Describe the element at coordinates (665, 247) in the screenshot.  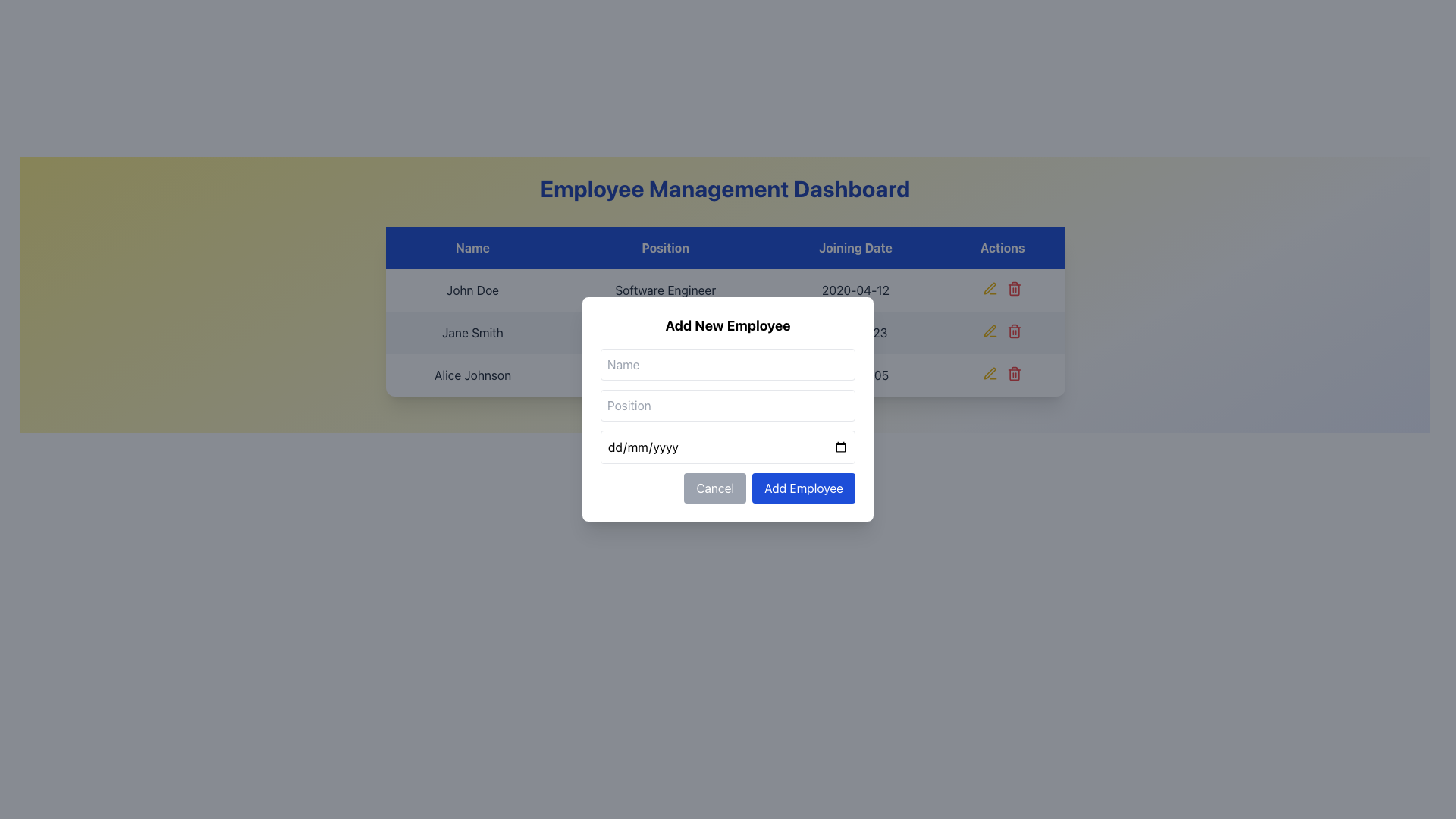
I see `the 'Position' column header in the table, which is the second header from the left, located between 'Name' and 'Joining Date'` at that location.